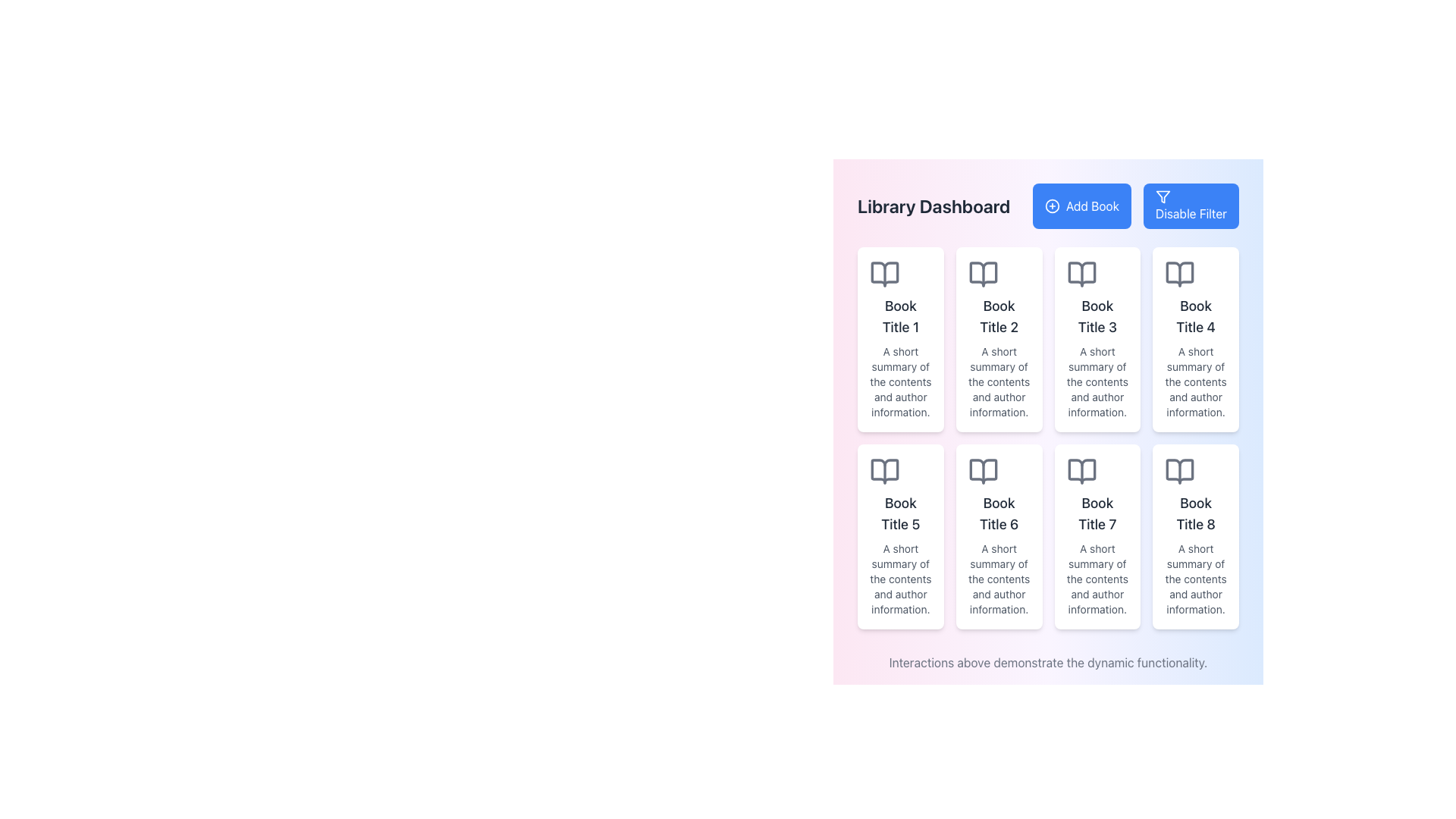  Describe the element at coordinates (999, 579) in the screenshot. I see `the descriptive Text label located under 'Book Title 6' in the sixth card of the 4x2 grid layout` at that location.